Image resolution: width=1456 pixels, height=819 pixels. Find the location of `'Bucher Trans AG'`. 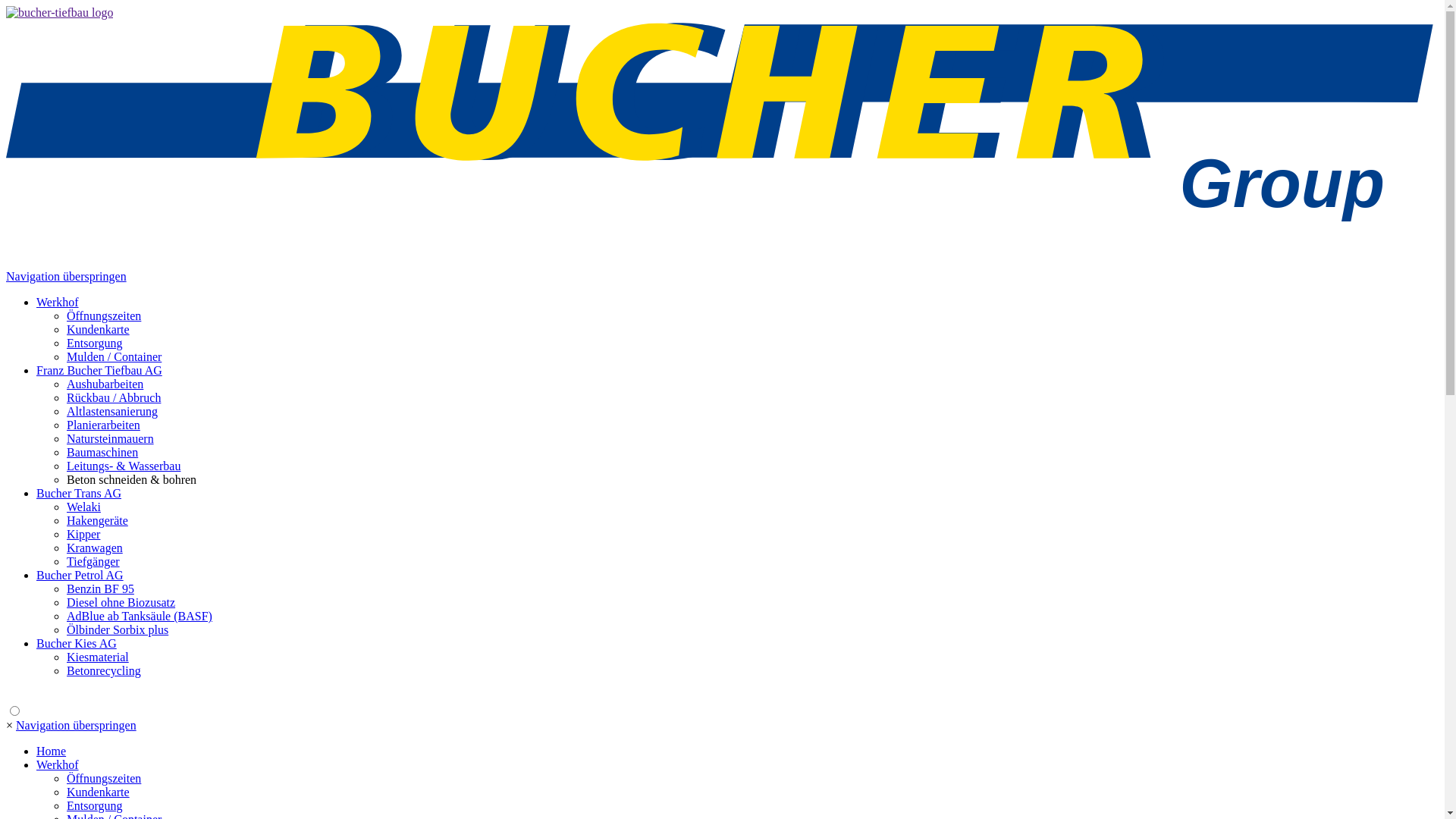

'Bucher Trans AG' is located at coordinates (78, 493).